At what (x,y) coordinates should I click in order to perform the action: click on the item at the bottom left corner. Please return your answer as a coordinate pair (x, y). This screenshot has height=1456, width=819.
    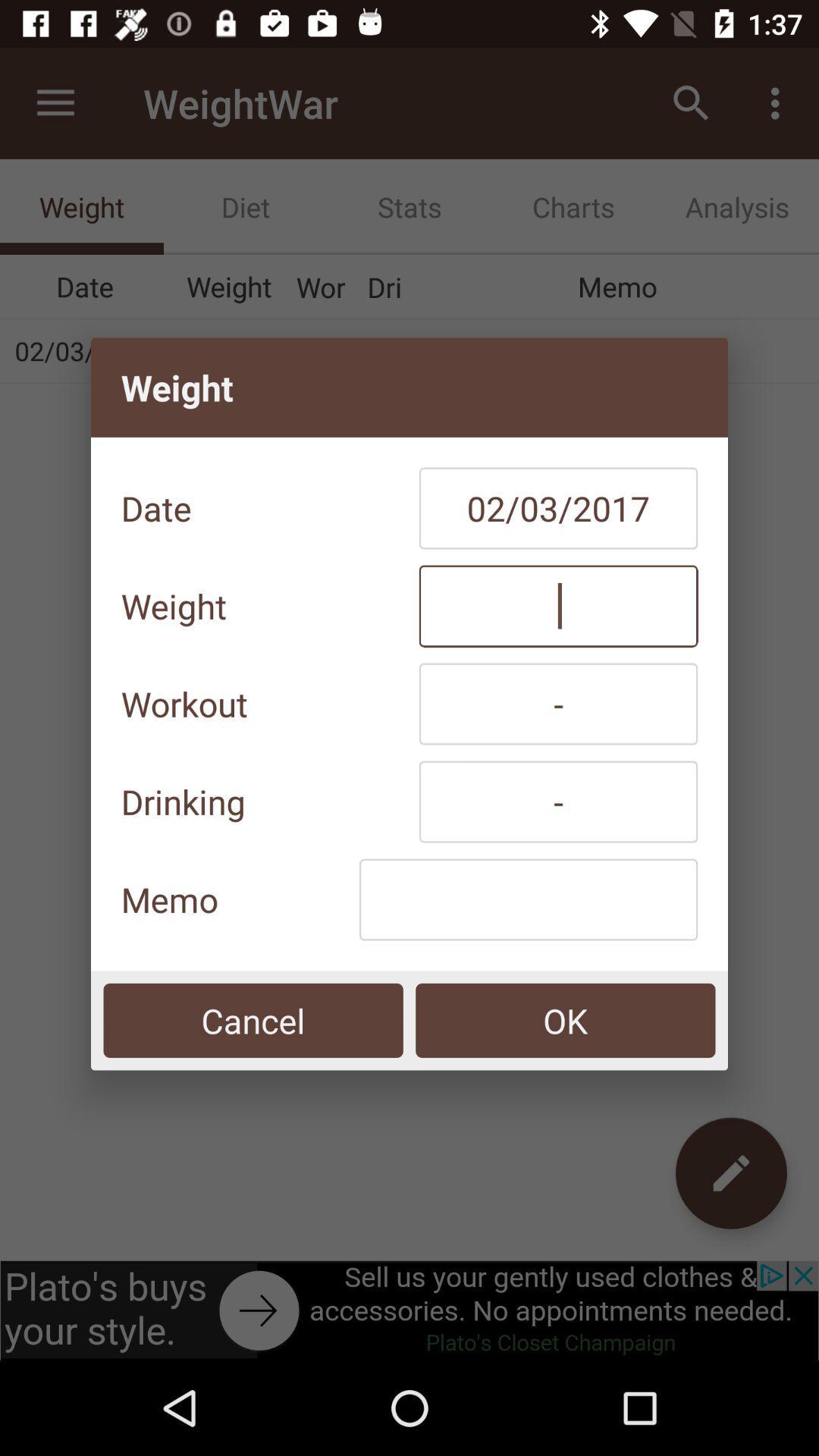
    Looking at the image, I should click on (253, 1020).